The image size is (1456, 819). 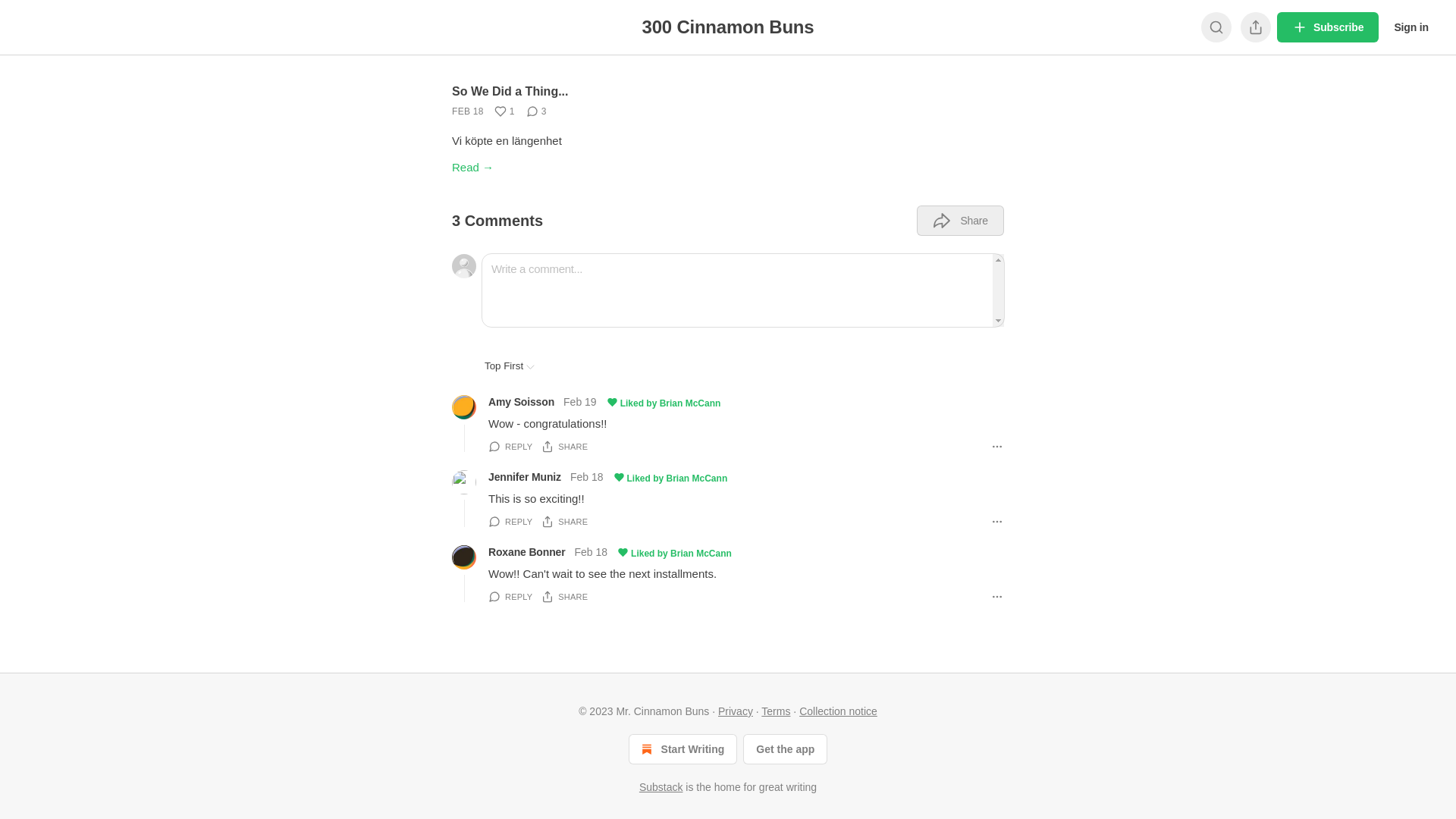 I want to click on '3', so click(x=536, y=110).